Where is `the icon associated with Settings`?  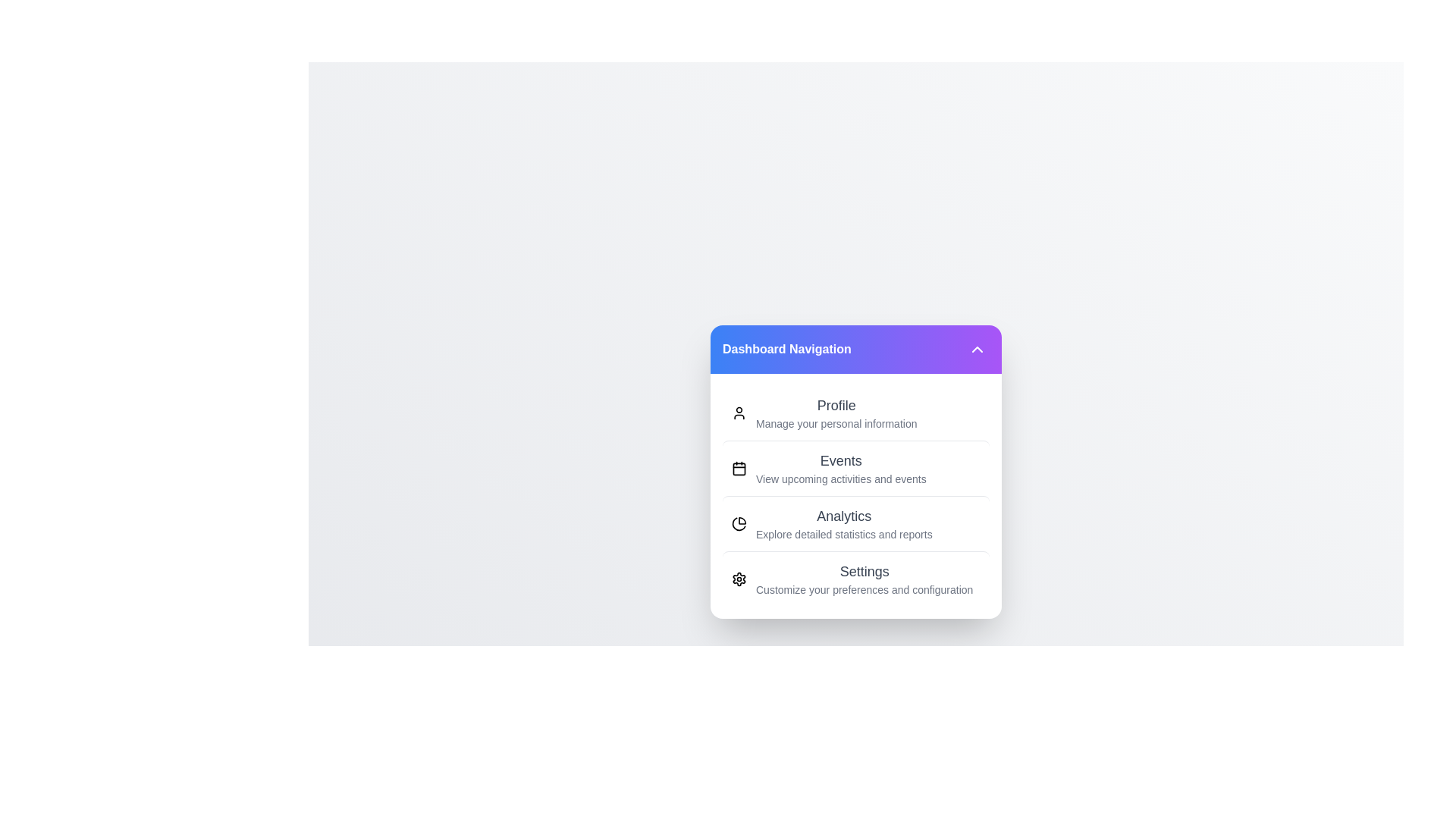
the icon associated with Settings is located at coordinates (739, 579).